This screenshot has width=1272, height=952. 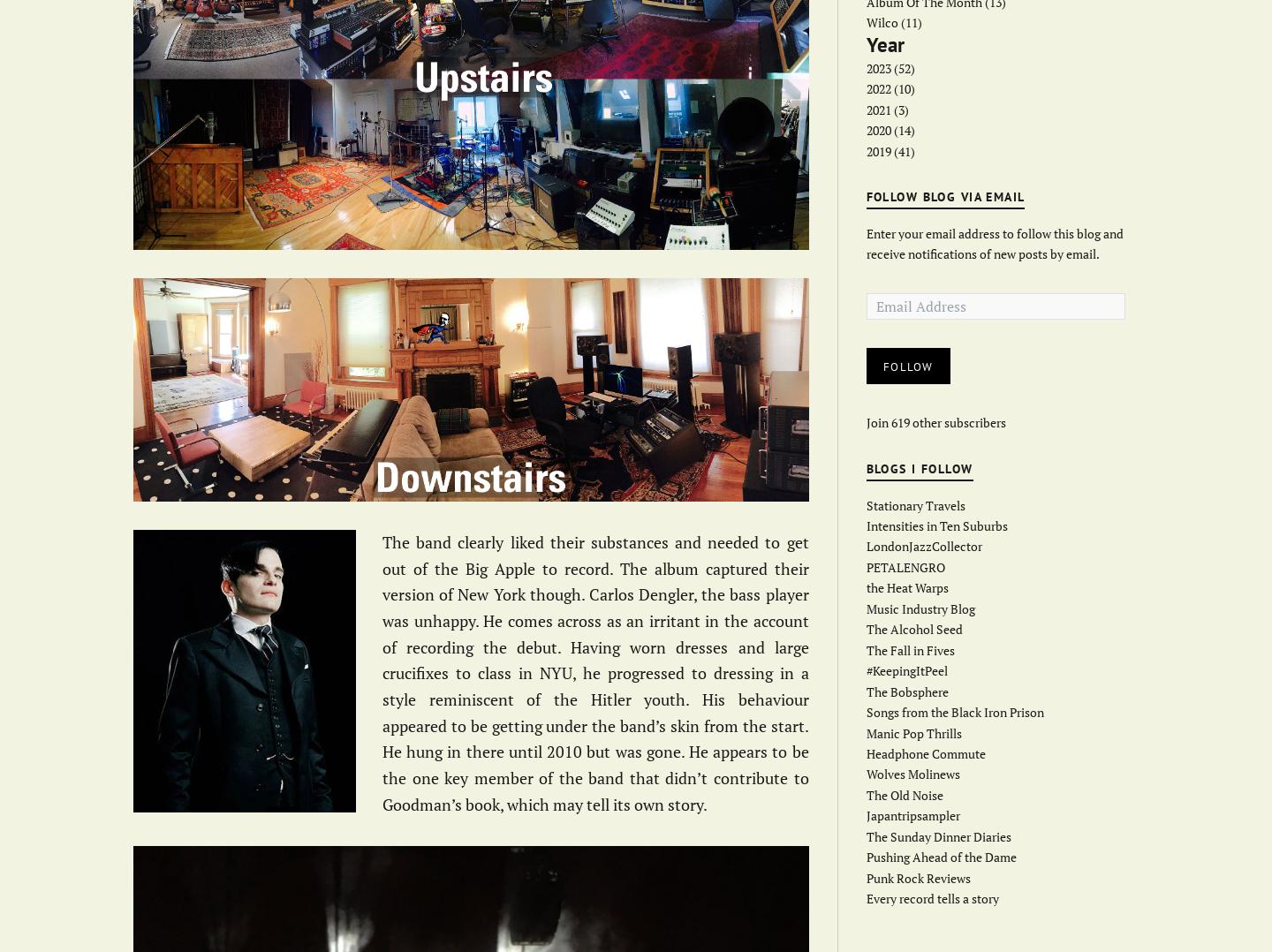 I want to click on 'Wolves Molinews', so click(x=912, y=773).